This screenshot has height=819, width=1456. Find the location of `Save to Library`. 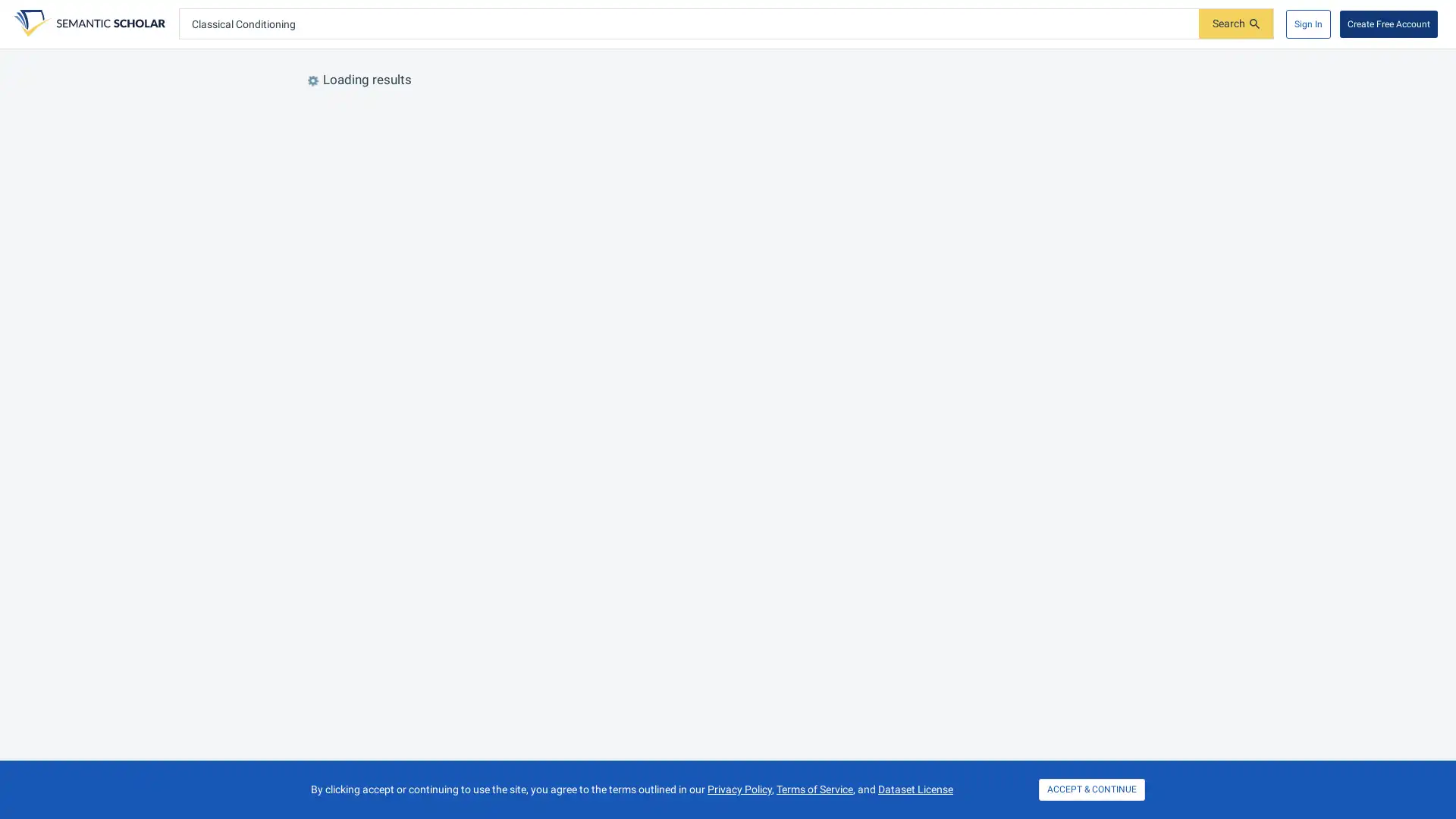

Save to Library is located at coordinates (504, 535).